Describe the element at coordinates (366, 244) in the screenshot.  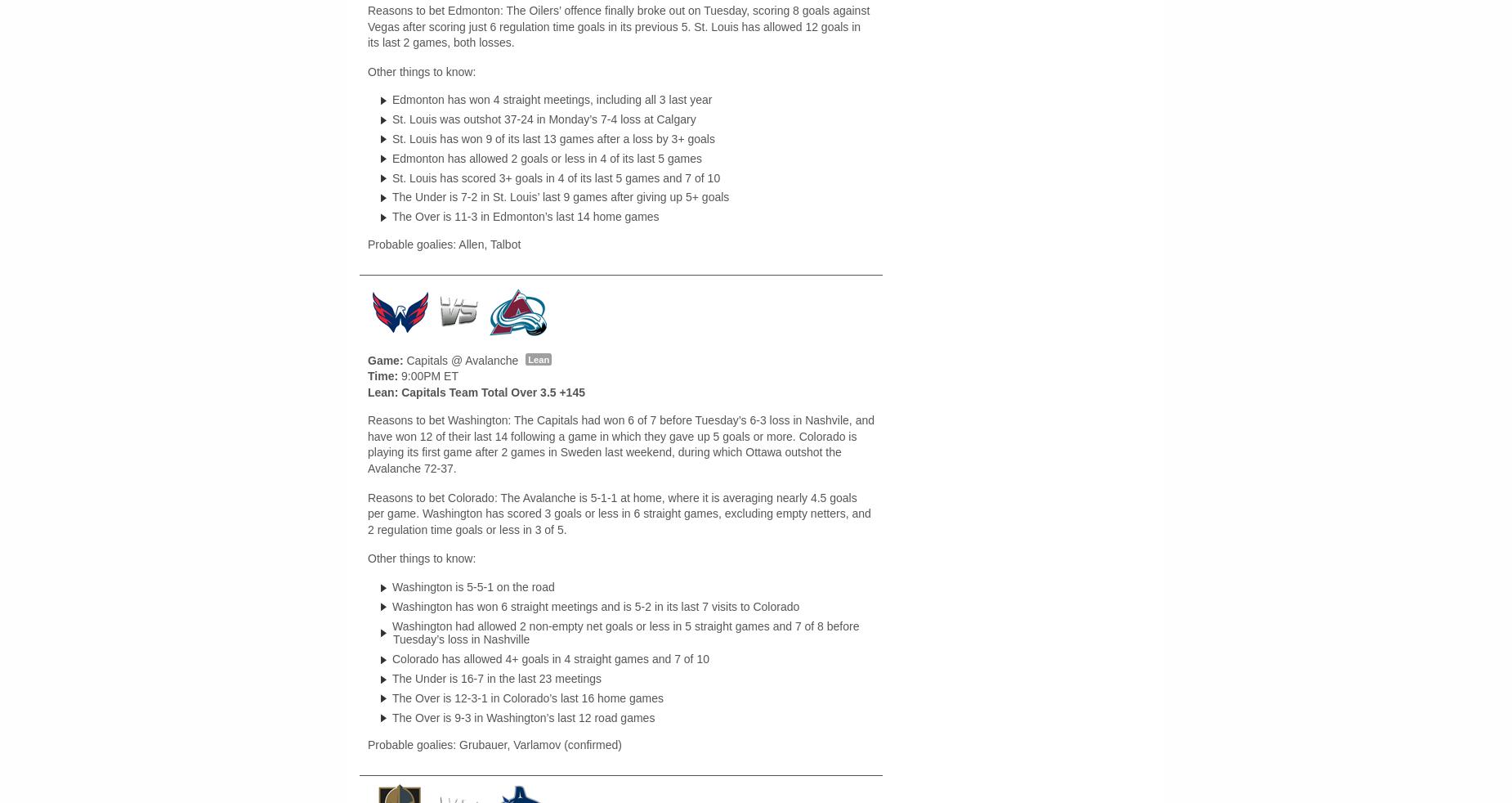
I see `'Probable goalies: Allen, Talbot'` at that location.